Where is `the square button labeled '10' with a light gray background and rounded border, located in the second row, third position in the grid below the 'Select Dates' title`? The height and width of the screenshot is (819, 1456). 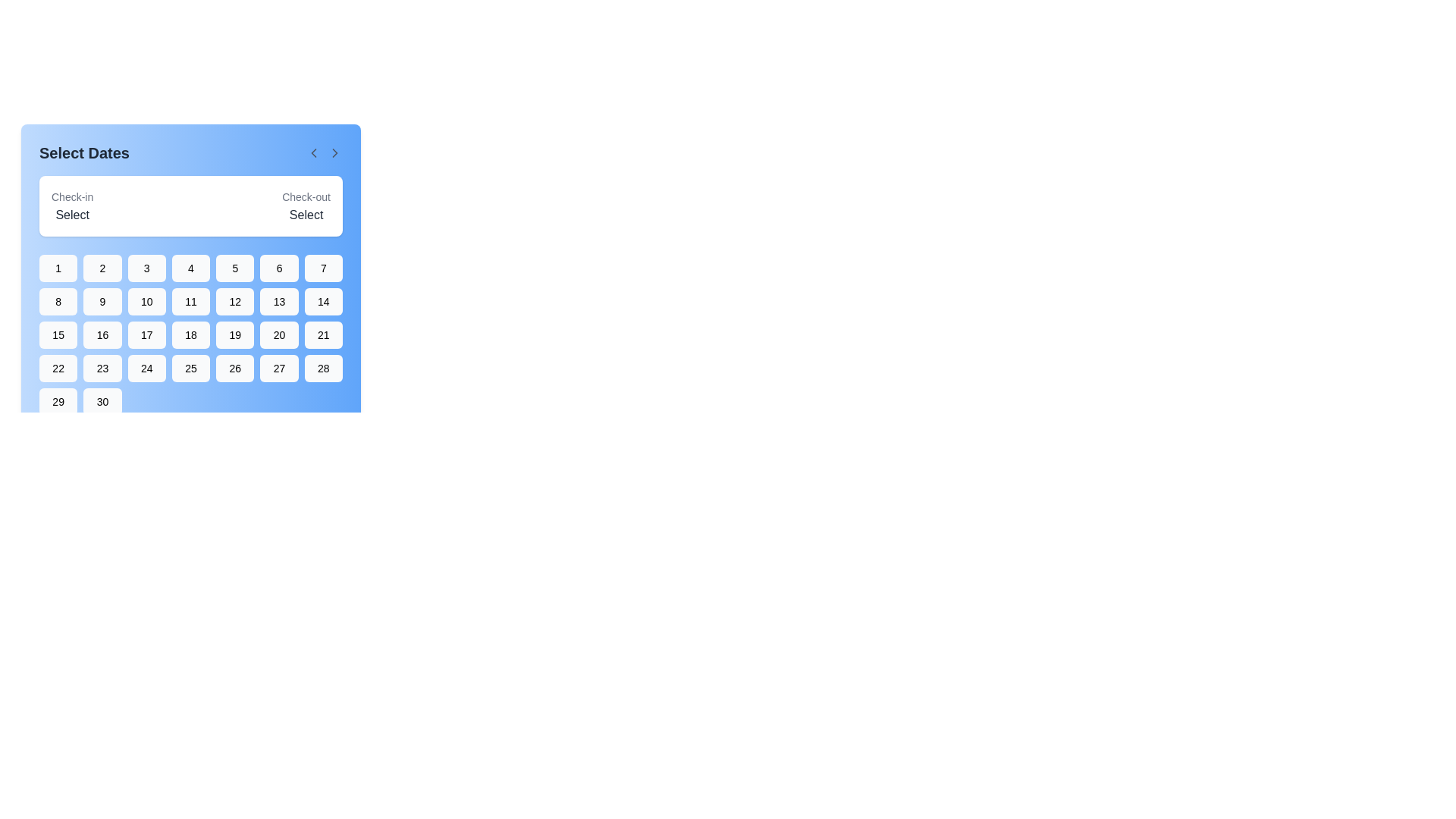 the square button labeled '10' with a light gray background and rounded border, located in the second row, third position in the grid below the 'Select Dates' title is located at coordinates (146, 301).